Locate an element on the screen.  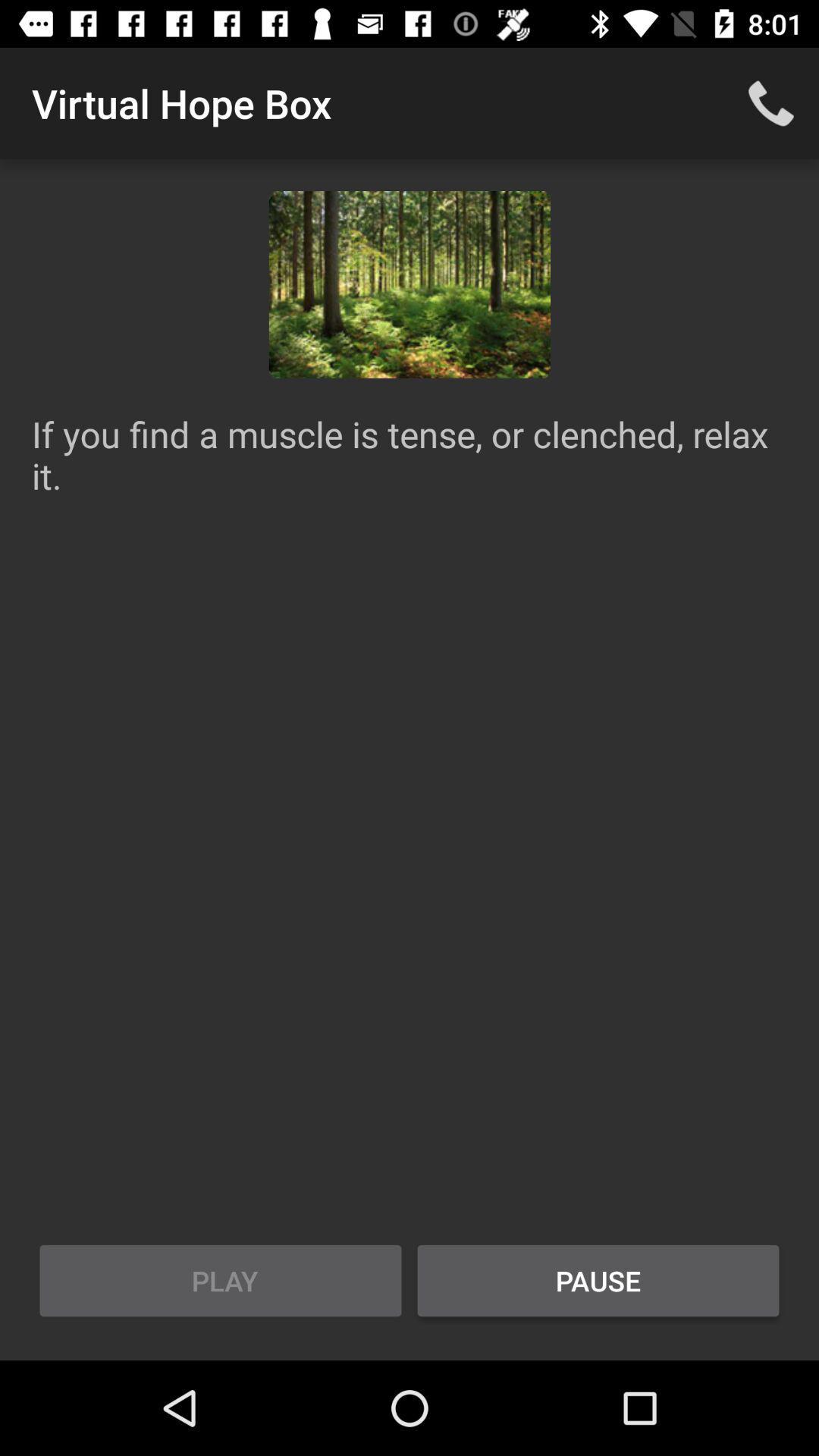
the icon to the right of the virtual hope box app is located at coordinates (771, 102).